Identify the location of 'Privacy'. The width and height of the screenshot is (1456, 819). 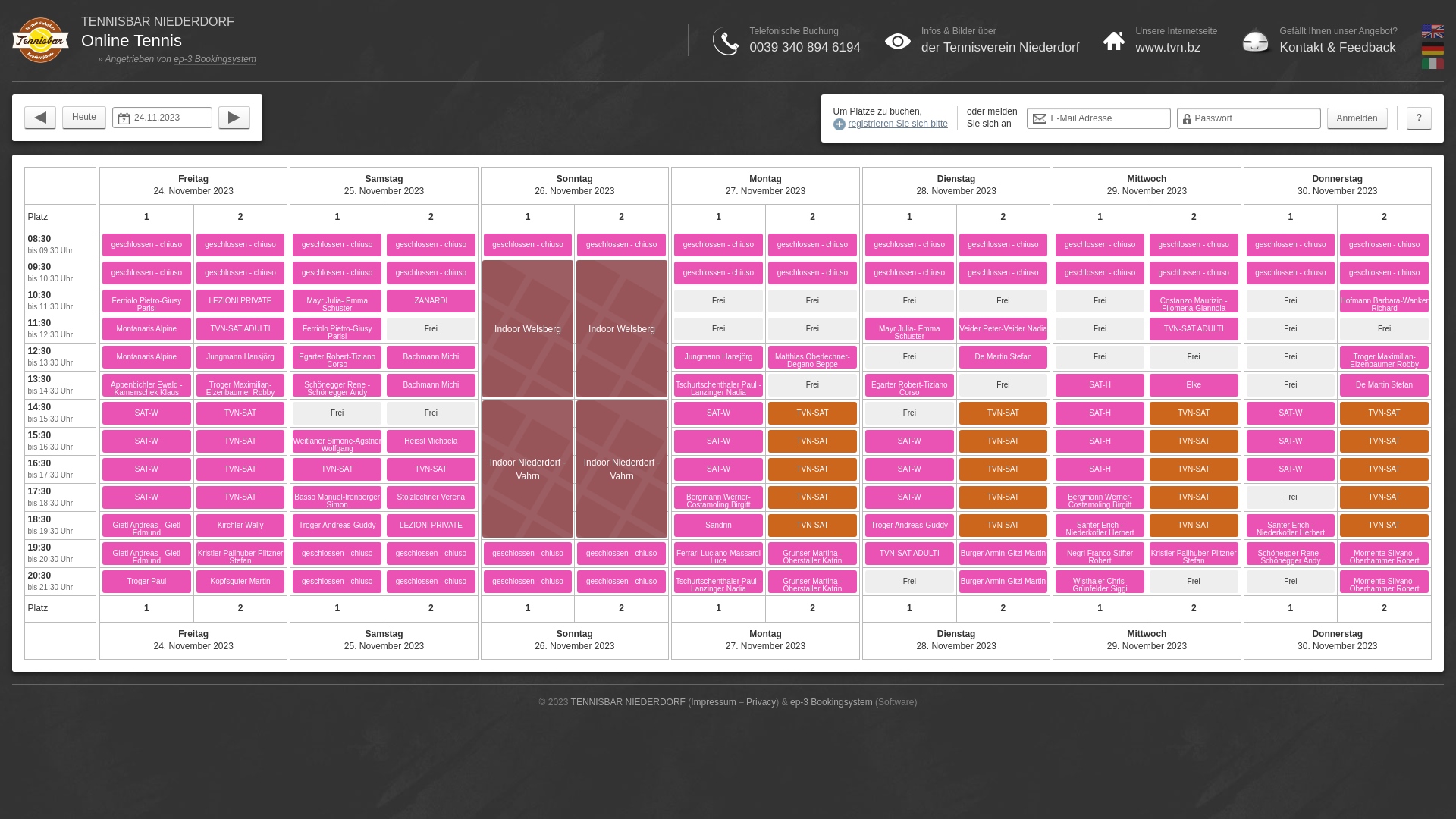
(761, 701).